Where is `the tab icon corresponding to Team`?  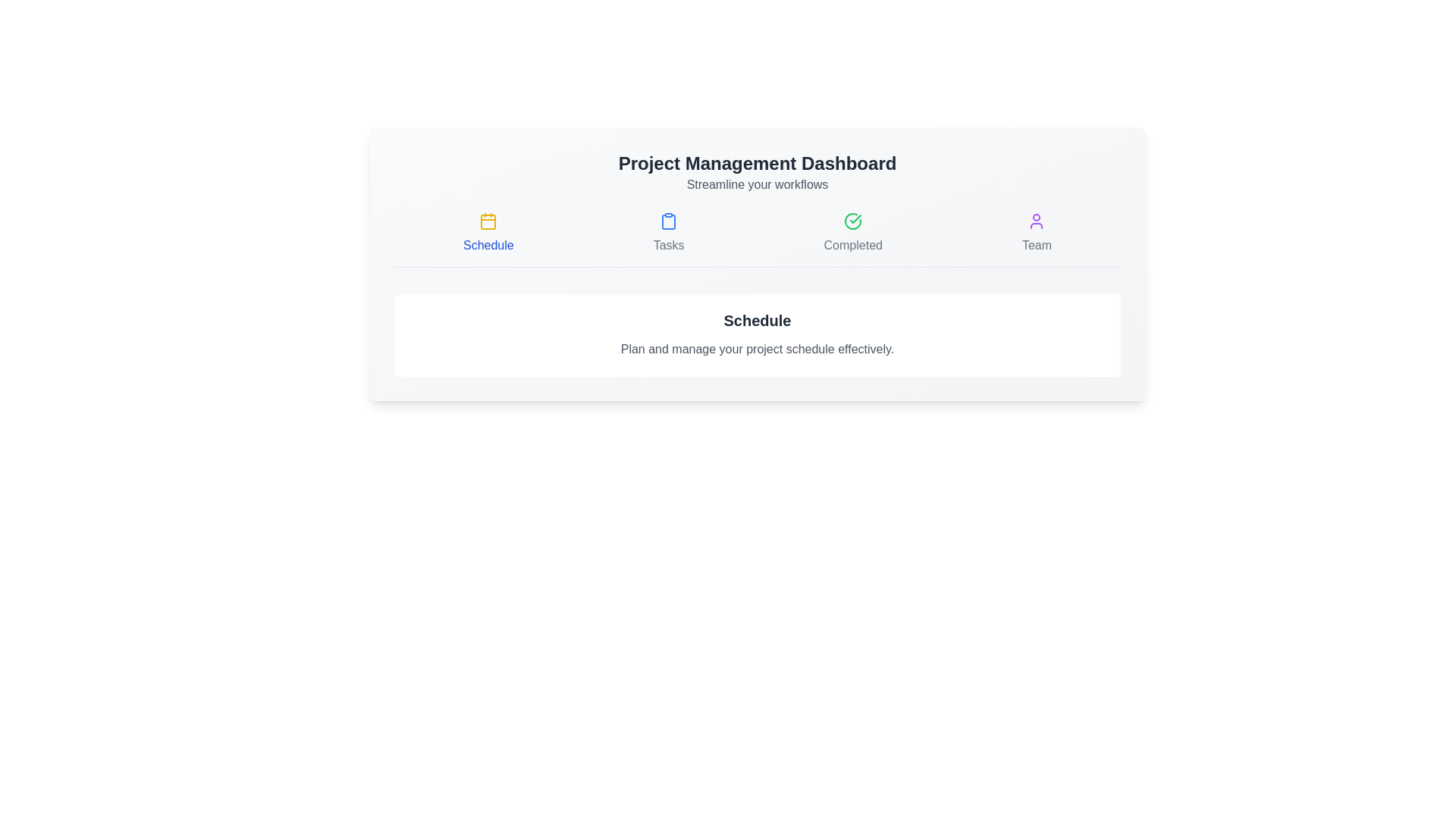 the tab icon corresponding to Team is located at coordinates (1036, 234).